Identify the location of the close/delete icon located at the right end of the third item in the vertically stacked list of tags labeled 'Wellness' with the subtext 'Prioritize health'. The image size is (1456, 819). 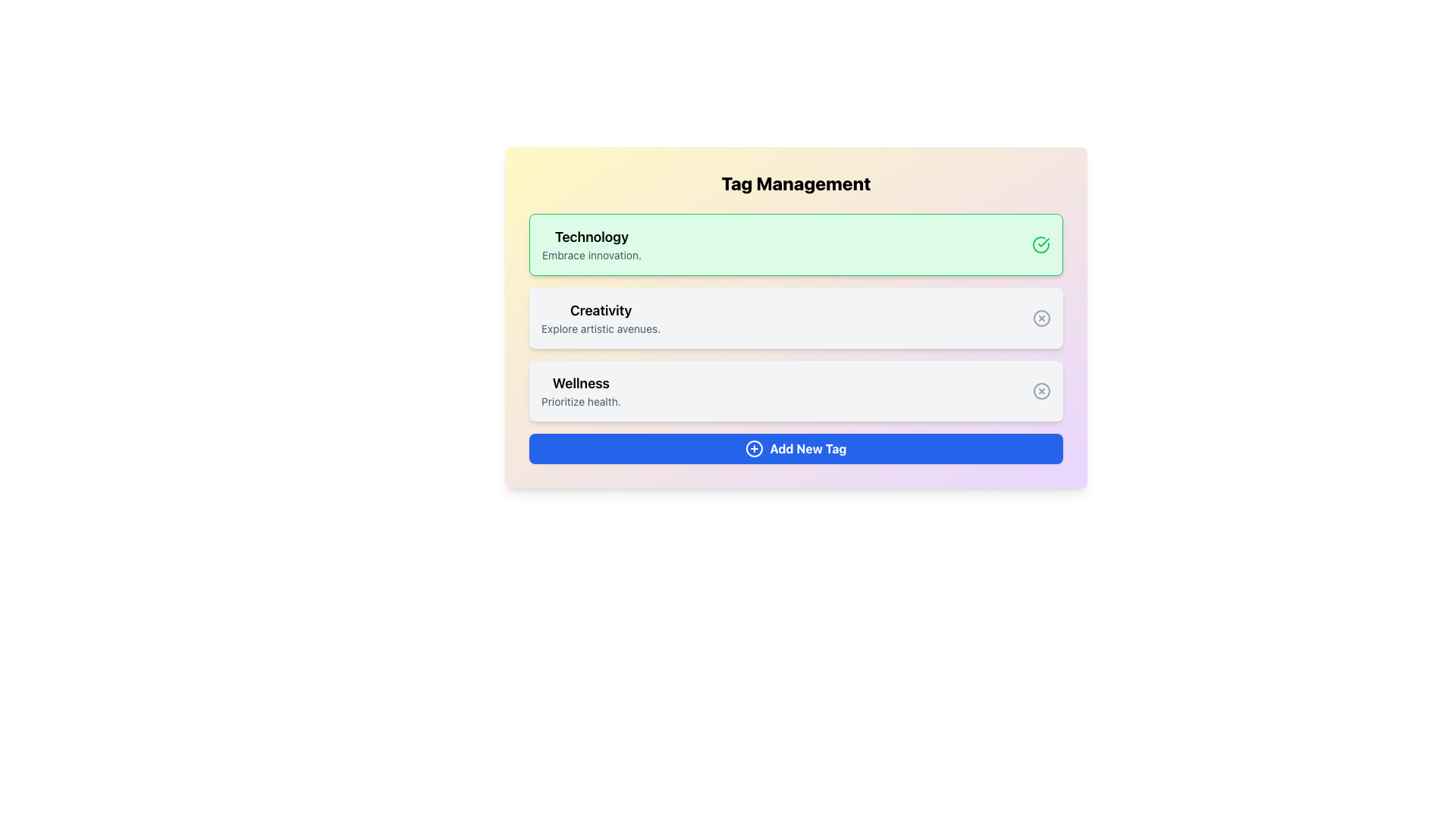
(1040, 391).